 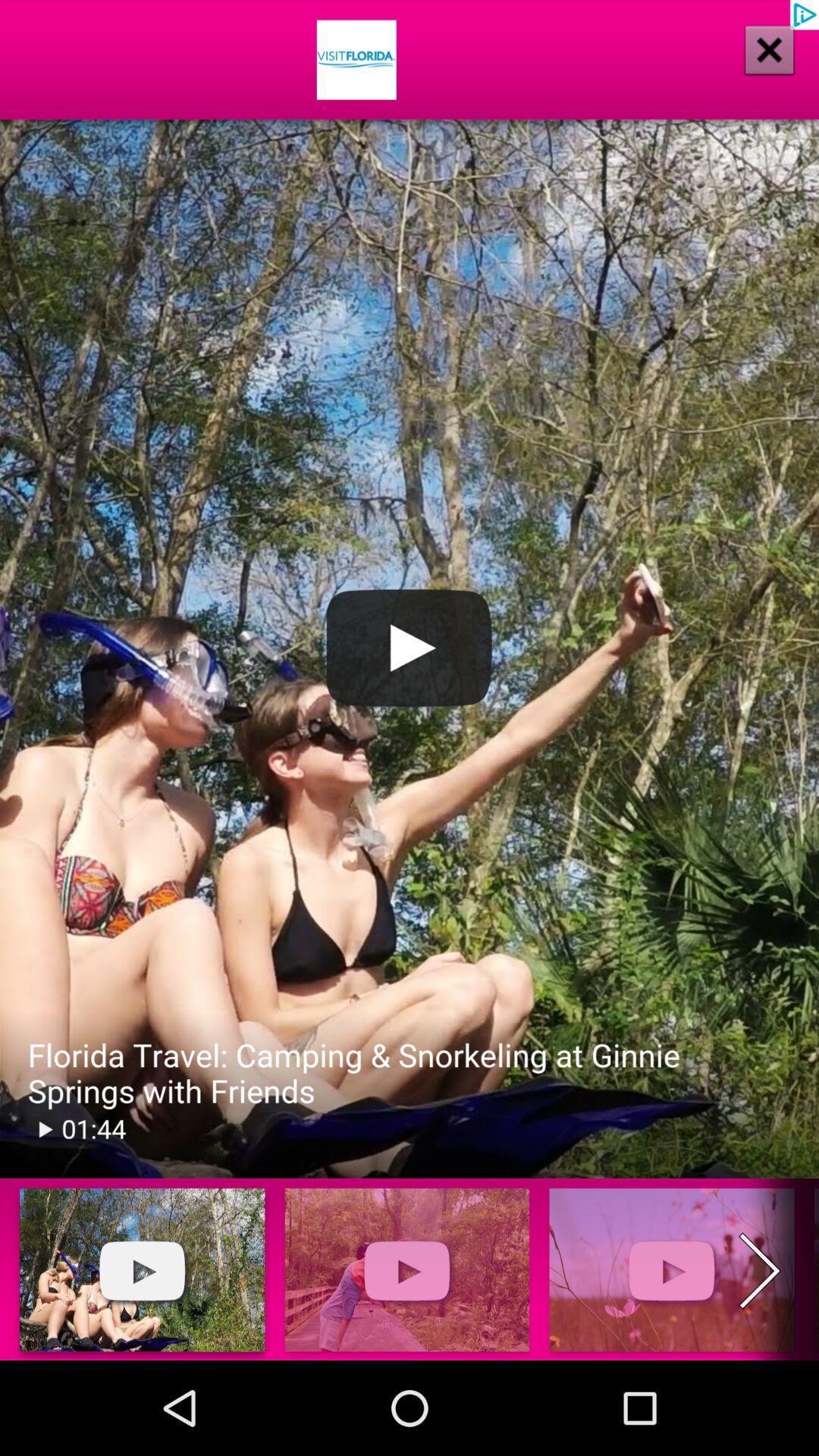 I want to click on the close icon, so click(x=748, y=74).